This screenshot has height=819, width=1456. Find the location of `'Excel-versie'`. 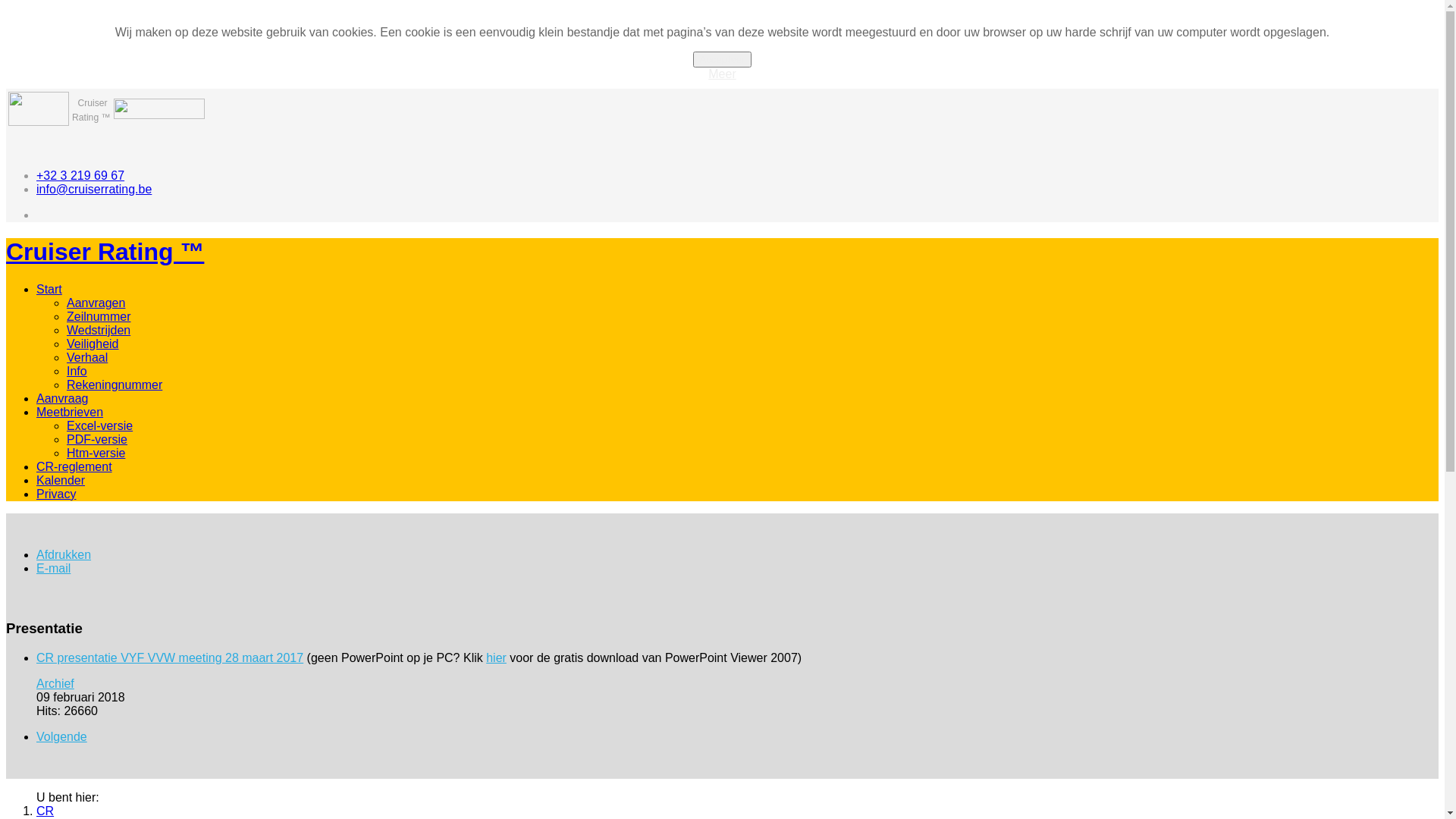

'Excel-versie' is located at coordinates (99, 425).